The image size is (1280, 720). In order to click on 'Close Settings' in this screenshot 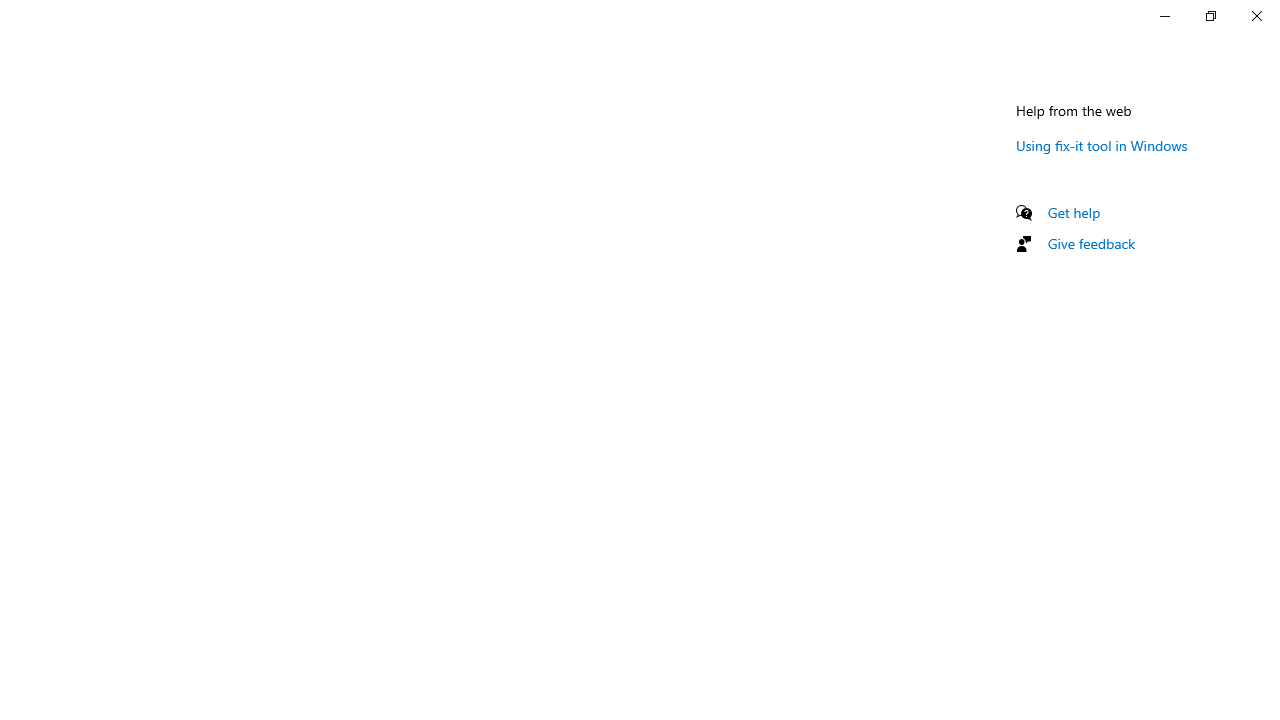, I will do `click(1255, 15)`.